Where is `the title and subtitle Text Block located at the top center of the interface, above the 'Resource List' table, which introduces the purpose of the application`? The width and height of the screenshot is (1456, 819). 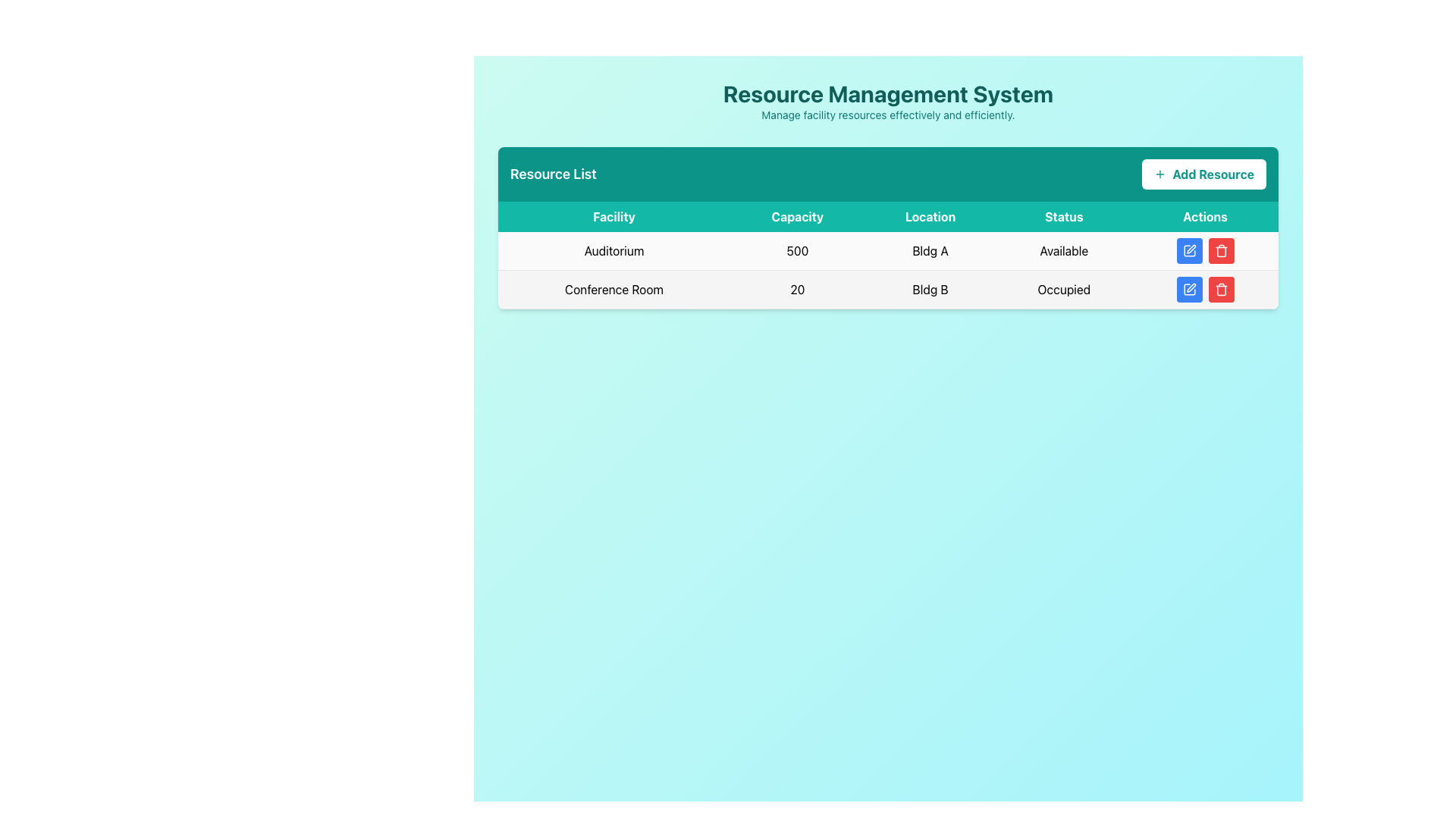
the title and subtitle Text Block located at the top center of the interface, above the 'Resource List' table, which introduces the purpose of the application is located at coordinates (888, 102).